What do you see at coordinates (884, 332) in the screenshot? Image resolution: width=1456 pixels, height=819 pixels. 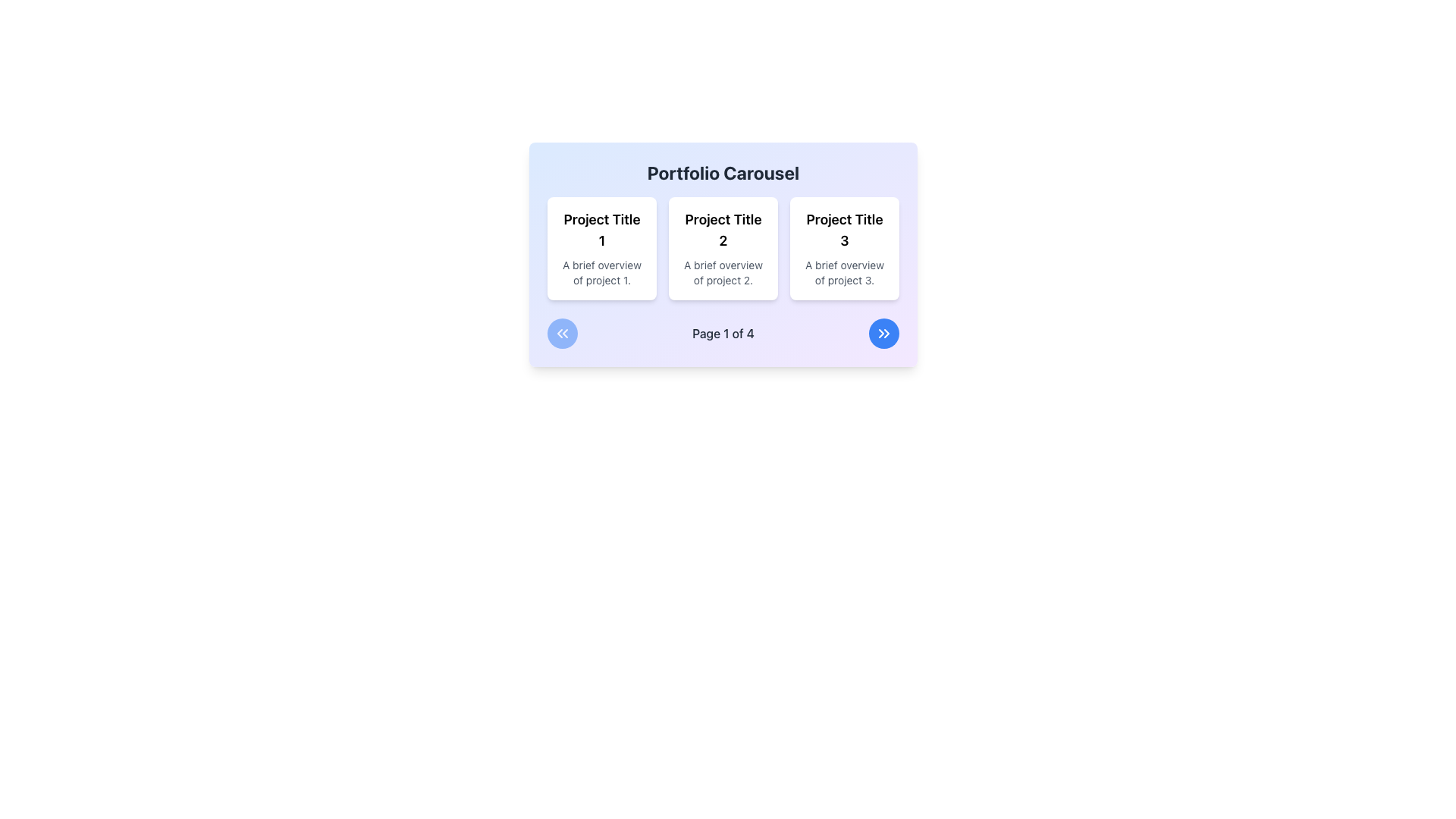 I see `the double-chevron right icon located inside the circular blue button at the bottom-right corner of the portfolio carousel interface` at bounding box center [884, 332].